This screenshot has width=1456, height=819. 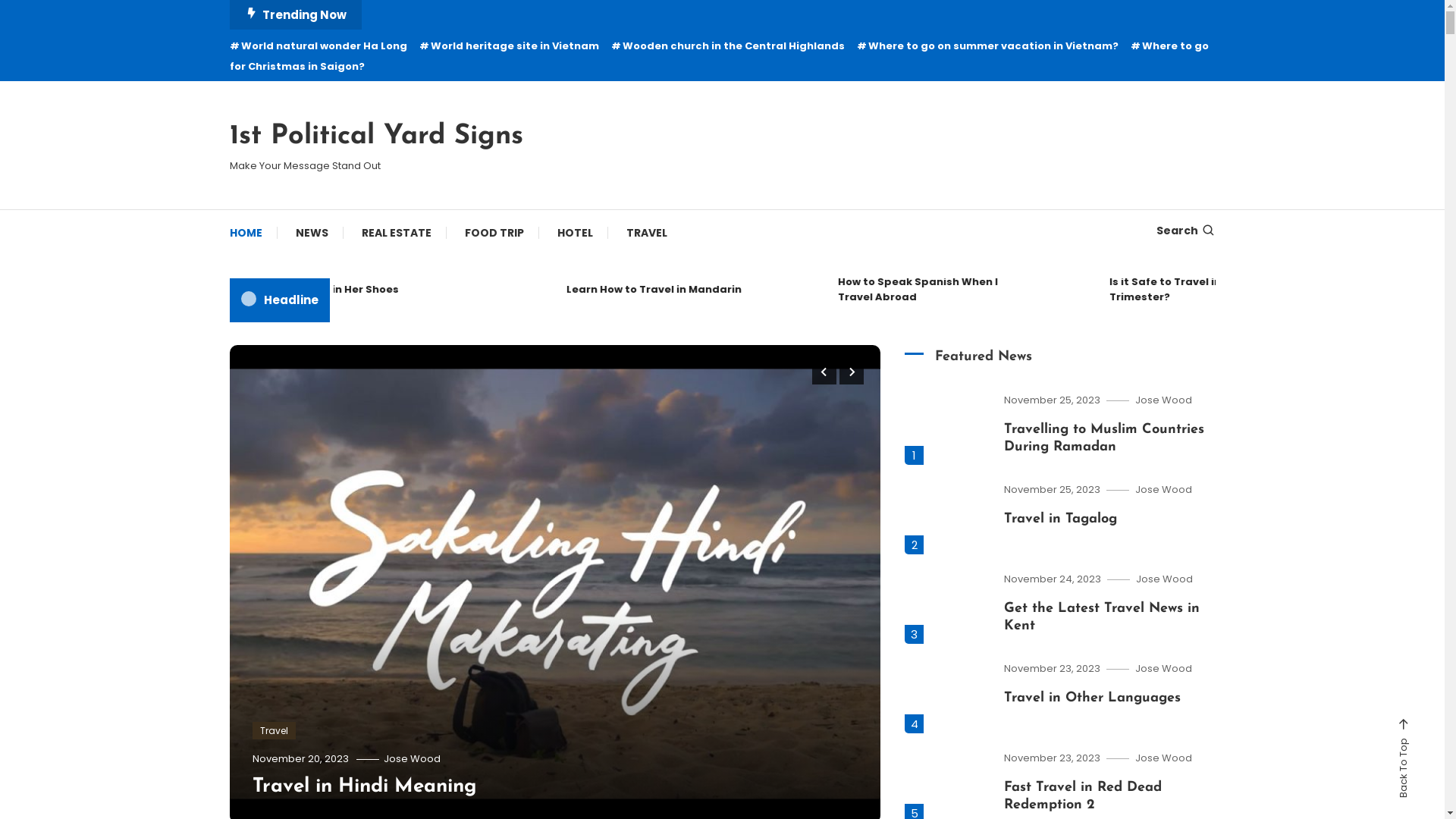 What do you see at coordinates (300, 758) in the screenshot?
I see `'November 20, 2023'` at bounding box center [300, 758].